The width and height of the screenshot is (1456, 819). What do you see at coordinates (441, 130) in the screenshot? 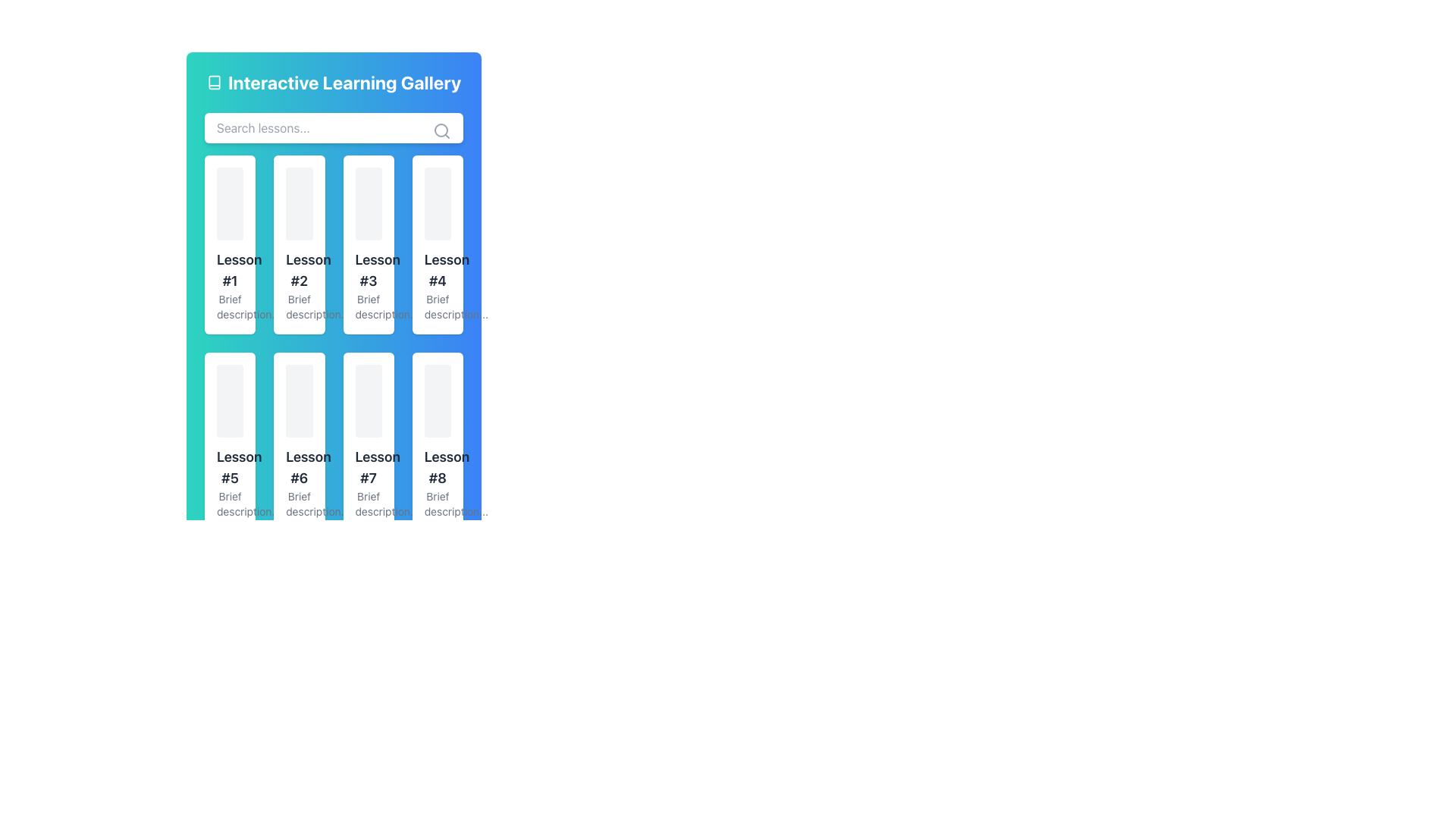
I see `the search icon located at the far-right side of the 'Search lessons...' input field within the 'Interactive Learning Gallery' component` at bounding box center [441, 130].